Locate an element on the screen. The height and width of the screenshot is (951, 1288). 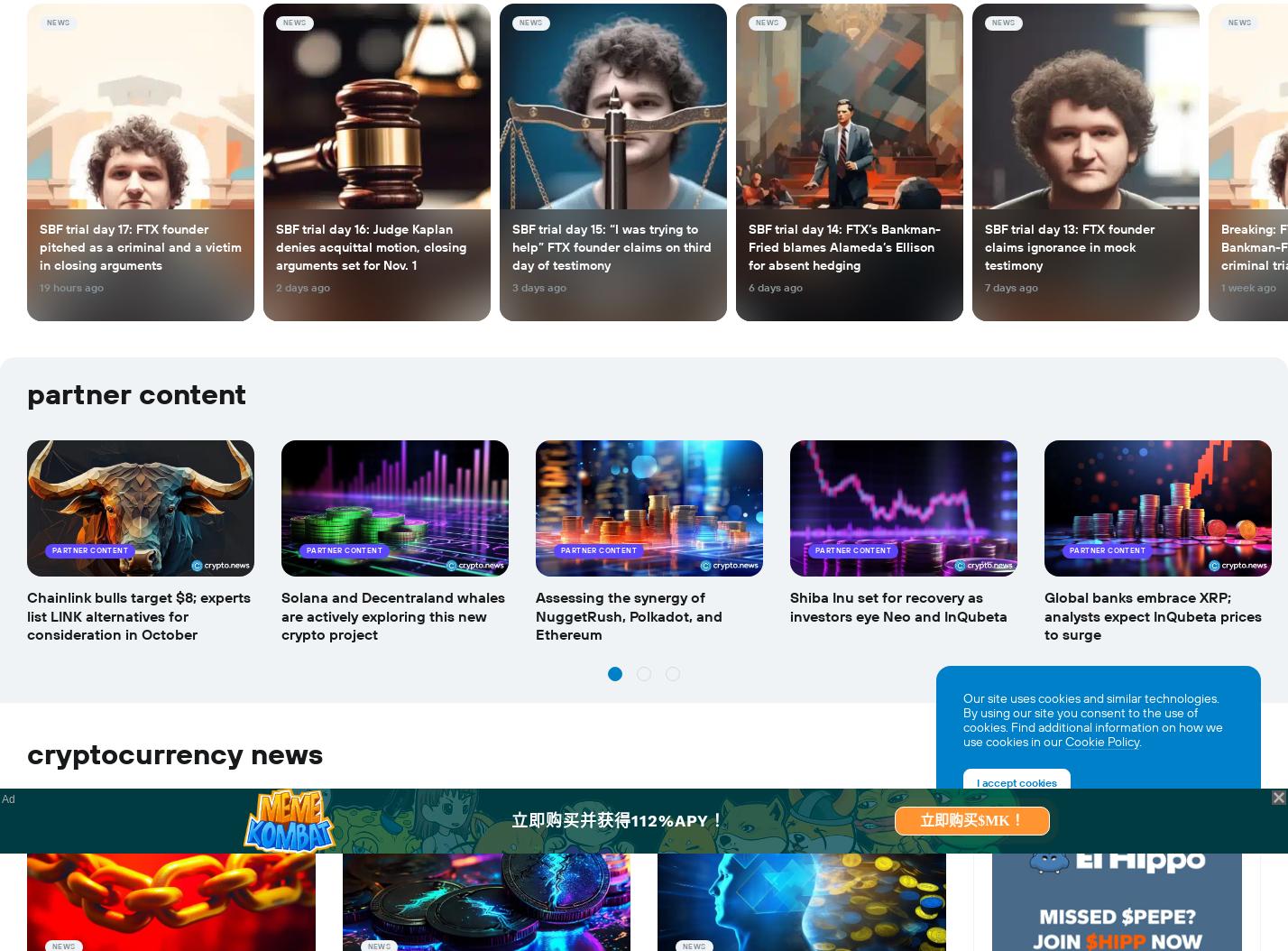
'Info' is located at coordinates (26, 147).